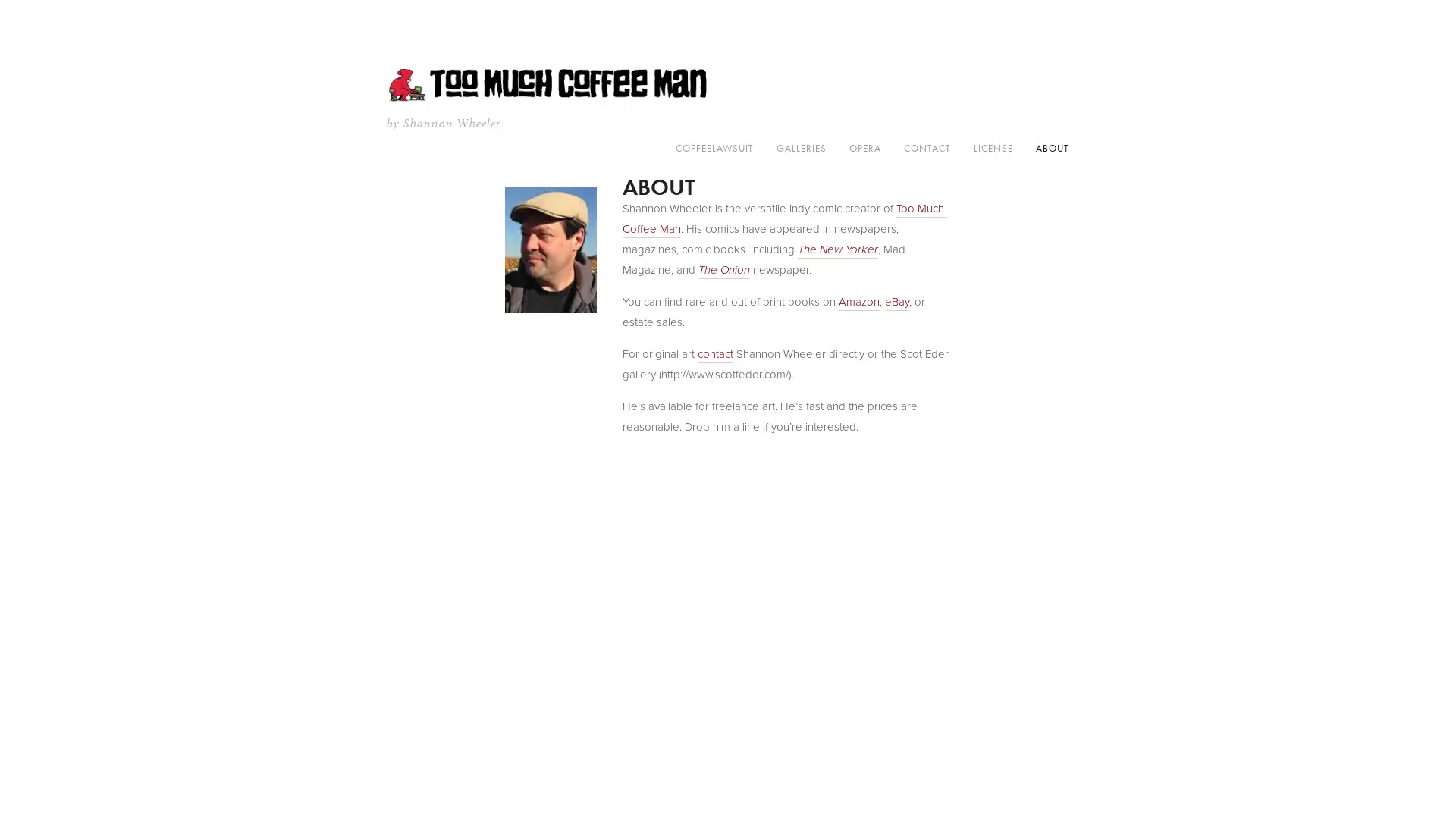  I want to click on View fullsize Shannon Wheeler Author Photo.jpg, so click(549, 249).